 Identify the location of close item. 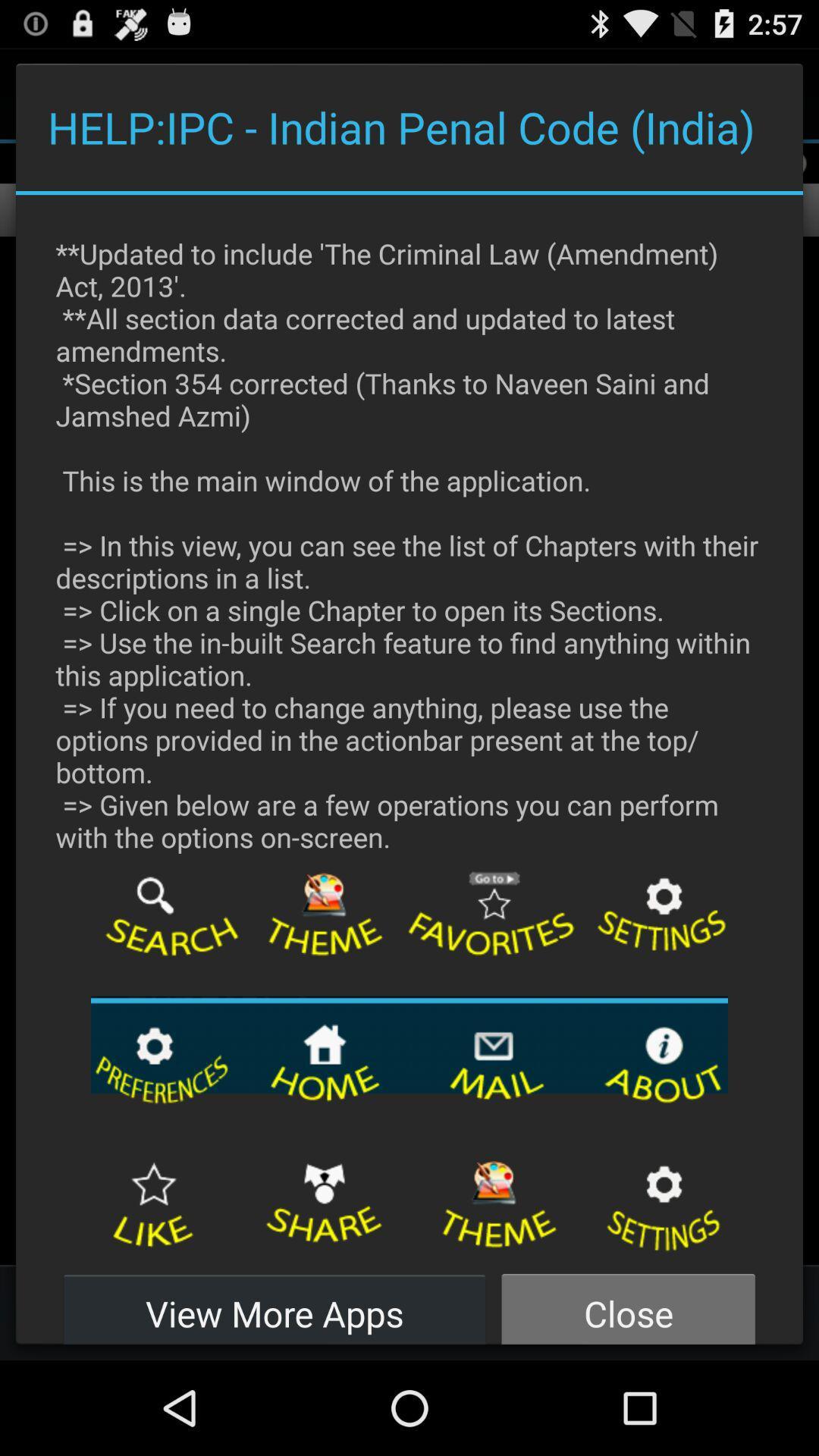
(628, 1304).